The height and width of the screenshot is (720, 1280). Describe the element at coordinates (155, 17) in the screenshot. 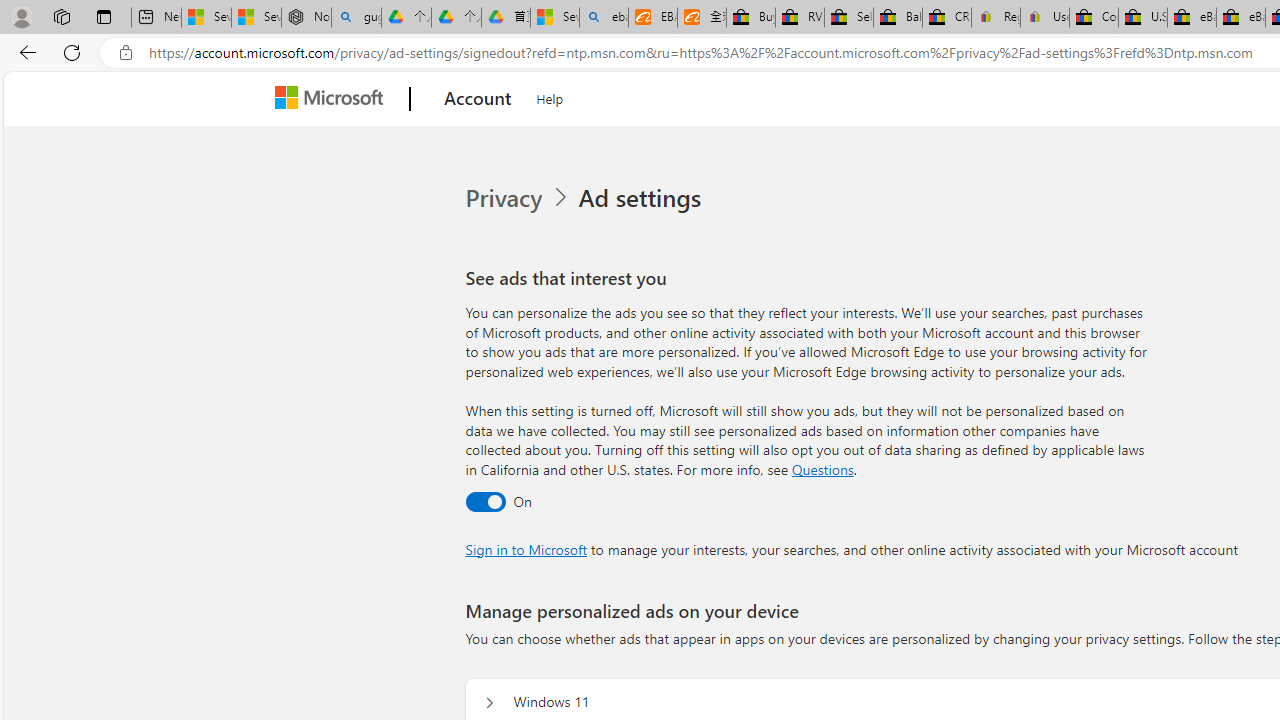

I see `'New tab'` at that location.